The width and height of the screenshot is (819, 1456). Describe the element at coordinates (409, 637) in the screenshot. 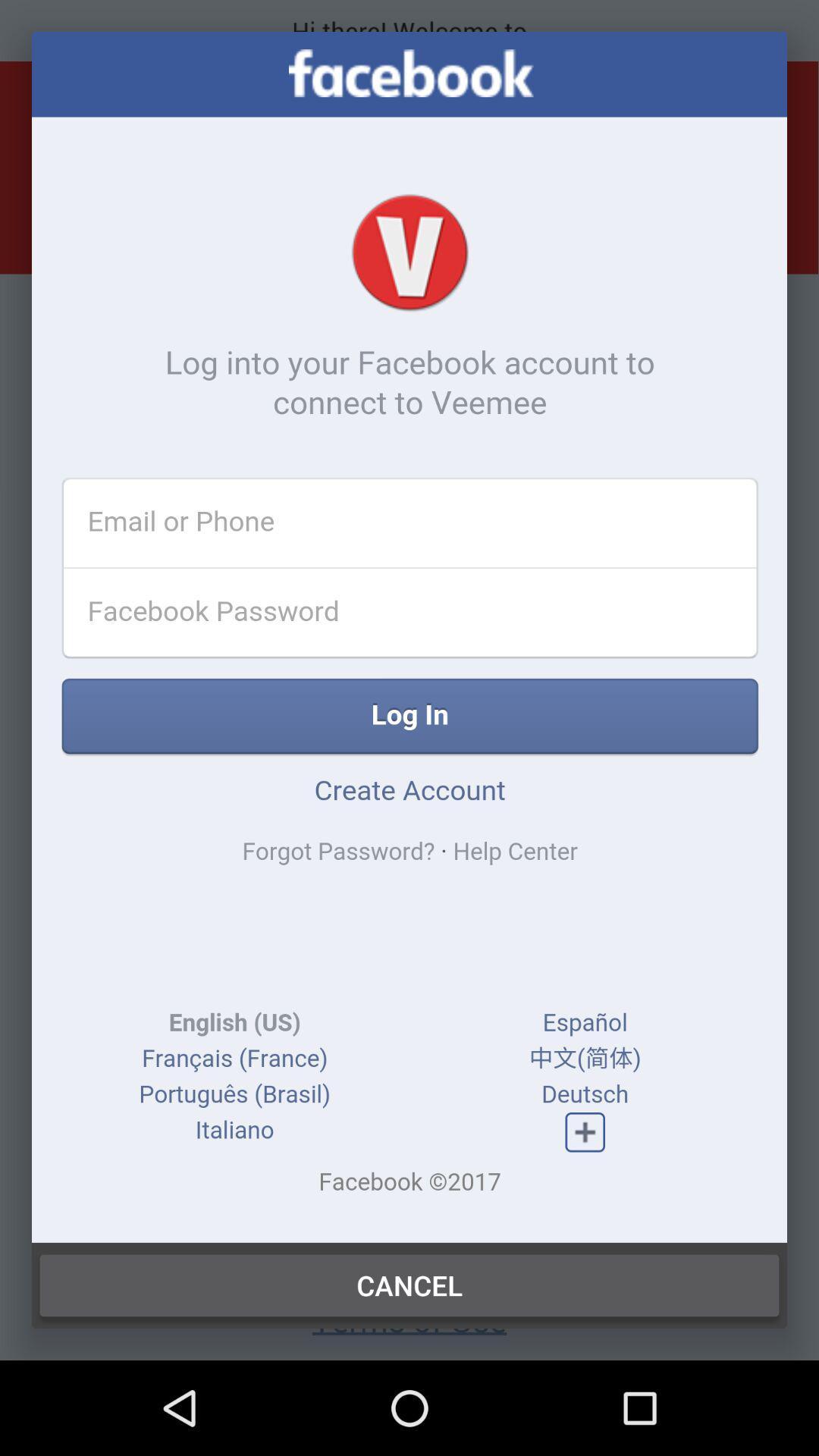

I see `facebook login` at that location.